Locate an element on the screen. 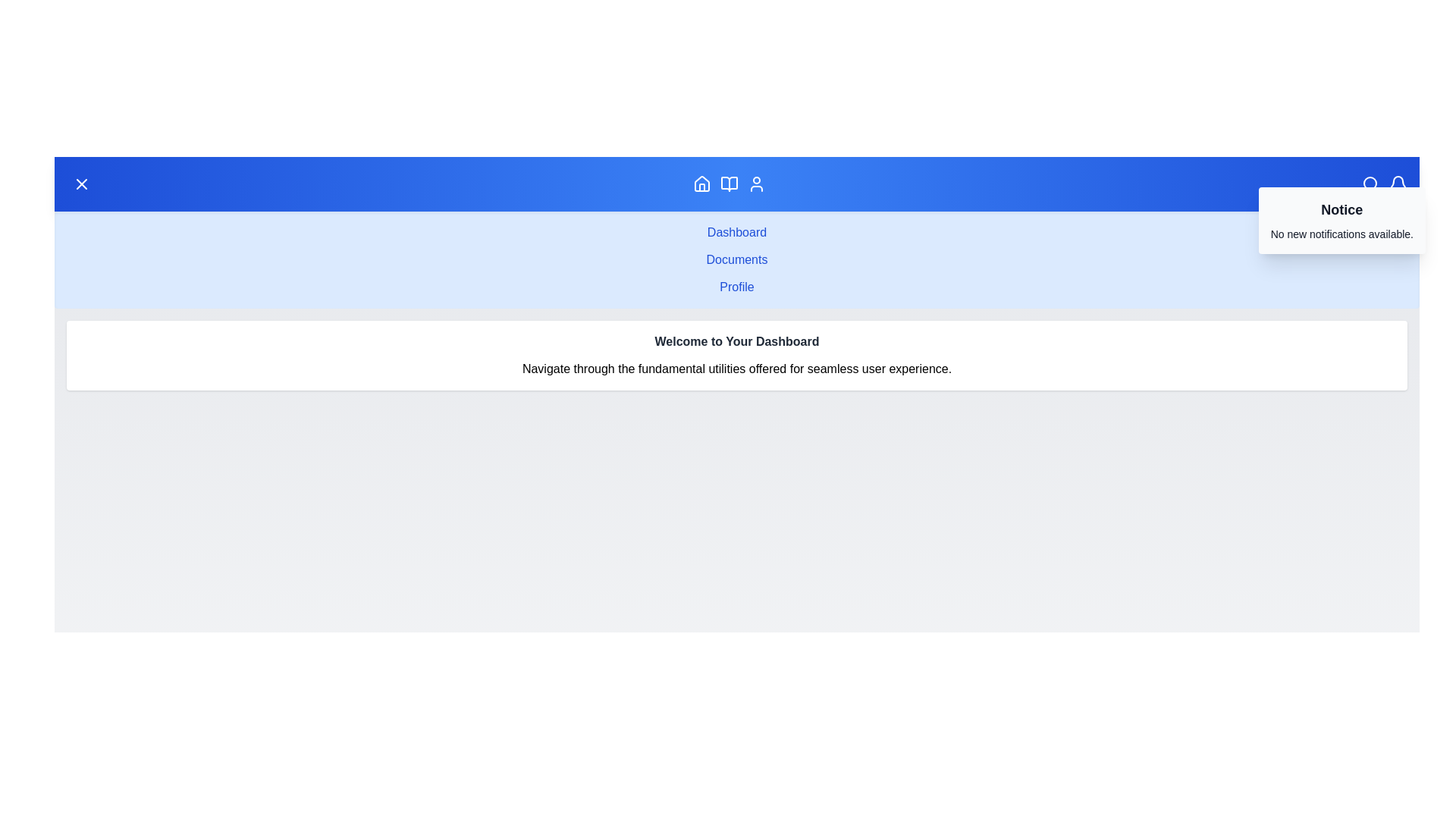  the Home navigation icon to navigate to the corresponding section is located at coordinates (701, 184).